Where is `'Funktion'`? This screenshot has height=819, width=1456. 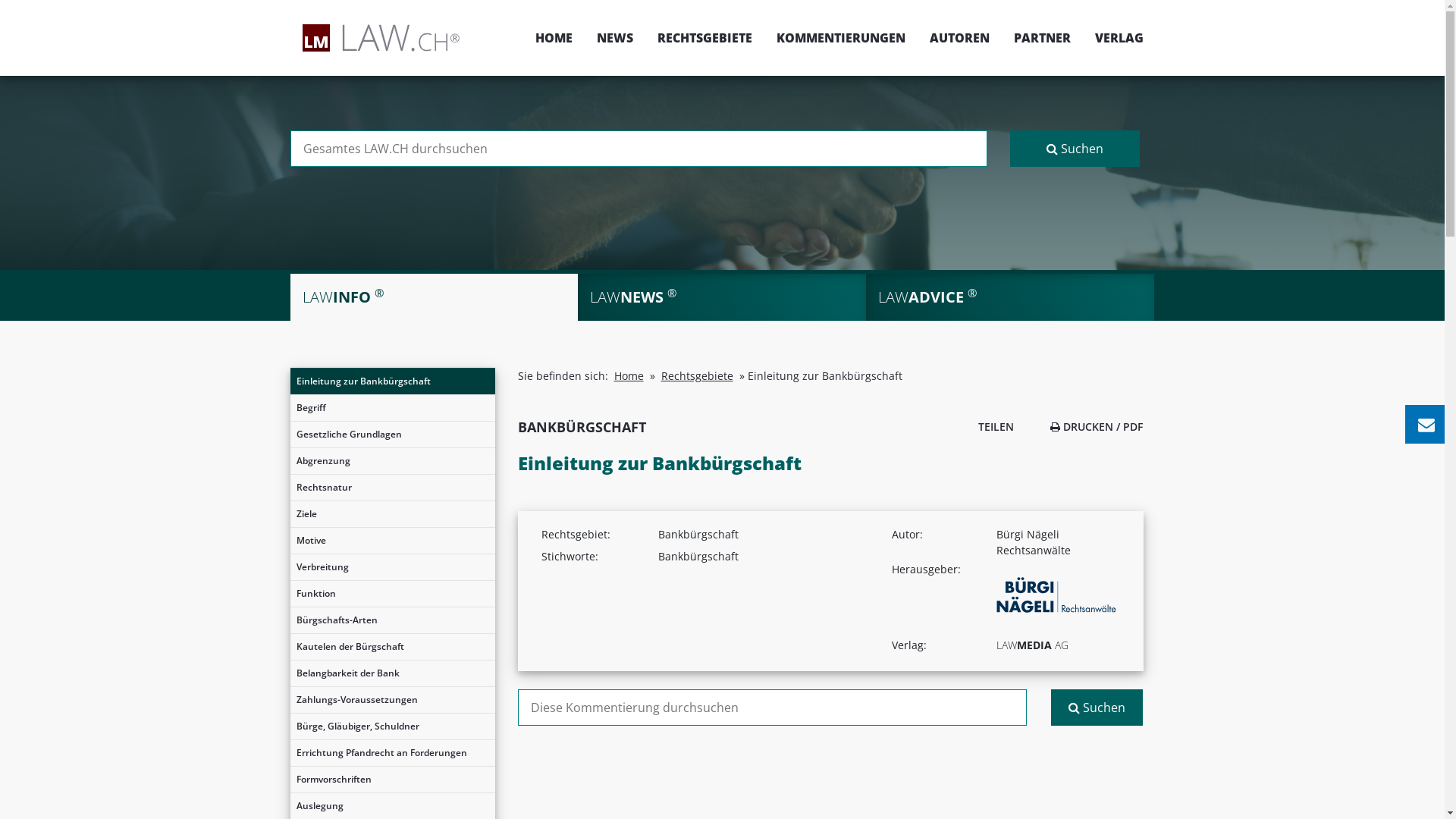 'Funktion' is located at coordinates (392, 593).